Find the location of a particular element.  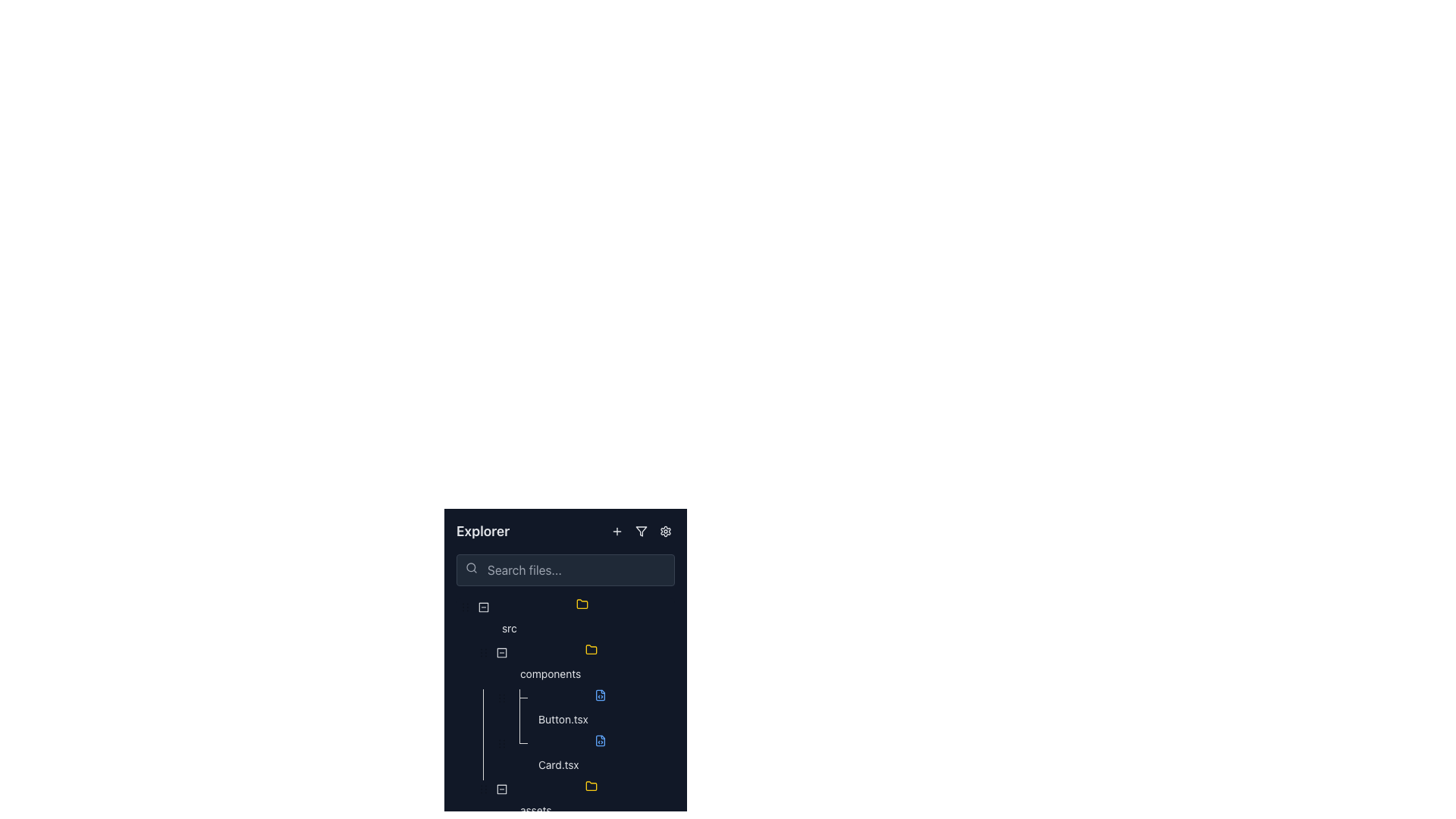

the minimal vertical line decorative UI indicator component located at the left edge of the tree structure, specifically under the 'components' node is located at coordinates (465, 755).